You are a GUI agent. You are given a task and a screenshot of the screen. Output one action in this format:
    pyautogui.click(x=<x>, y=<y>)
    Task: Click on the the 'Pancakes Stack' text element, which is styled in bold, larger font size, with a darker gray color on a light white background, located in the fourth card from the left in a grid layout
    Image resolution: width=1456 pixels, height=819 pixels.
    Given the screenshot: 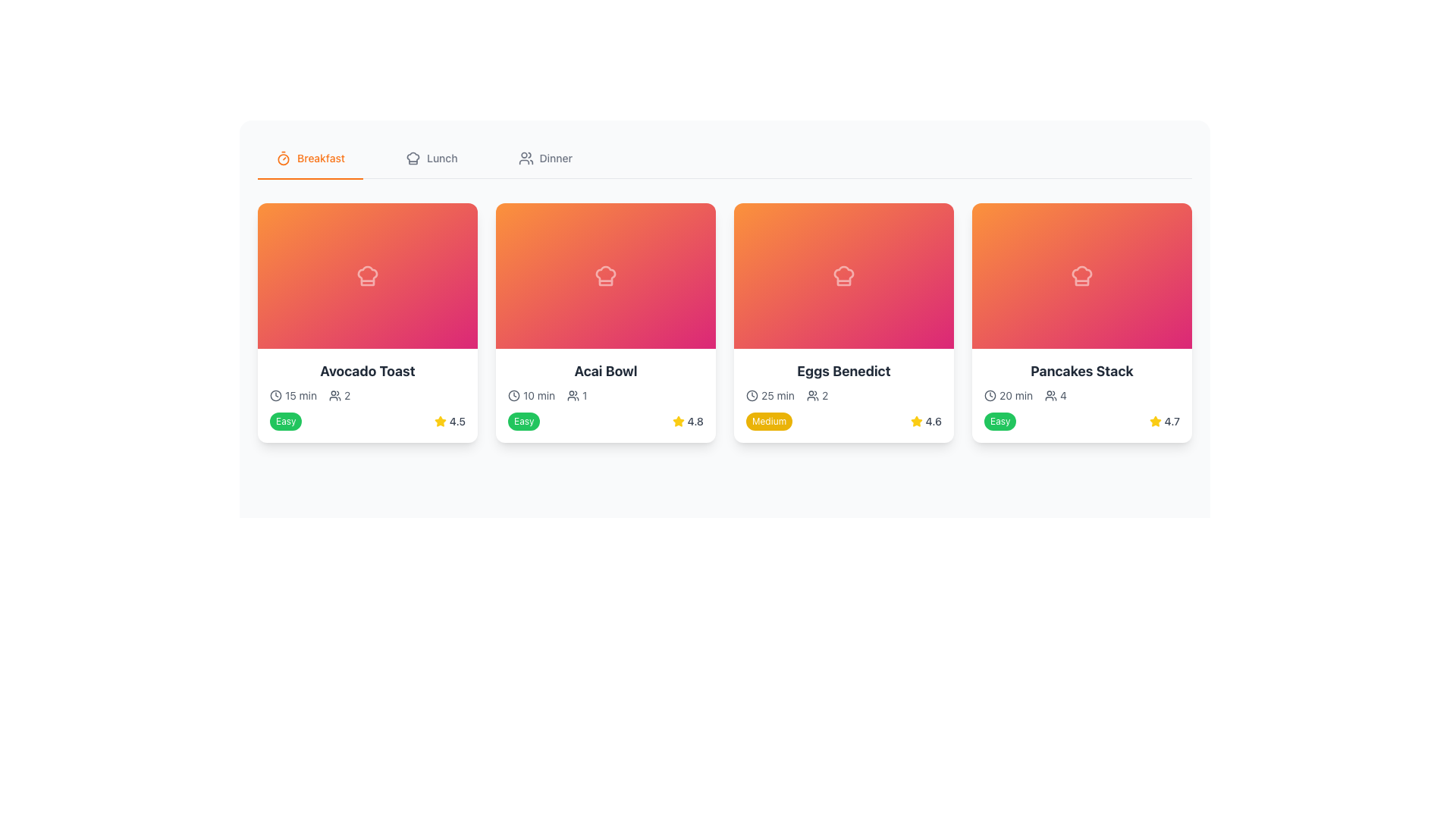 What is the action you would take?
    pyautogui.click(x=1081, y=371)
    